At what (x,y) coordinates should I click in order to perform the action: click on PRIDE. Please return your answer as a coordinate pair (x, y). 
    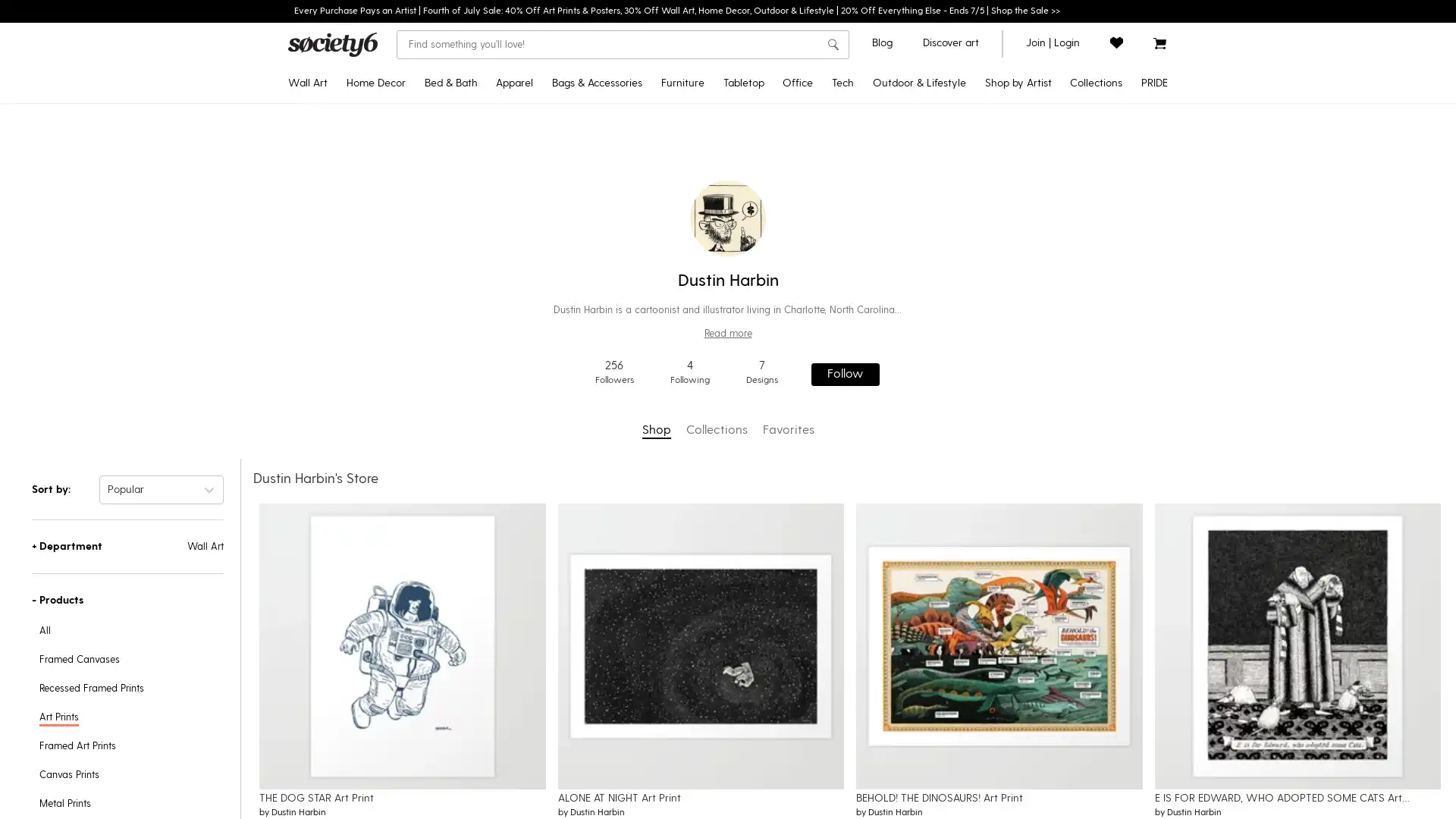
    Looking at the image, I should click on (1153, 83).